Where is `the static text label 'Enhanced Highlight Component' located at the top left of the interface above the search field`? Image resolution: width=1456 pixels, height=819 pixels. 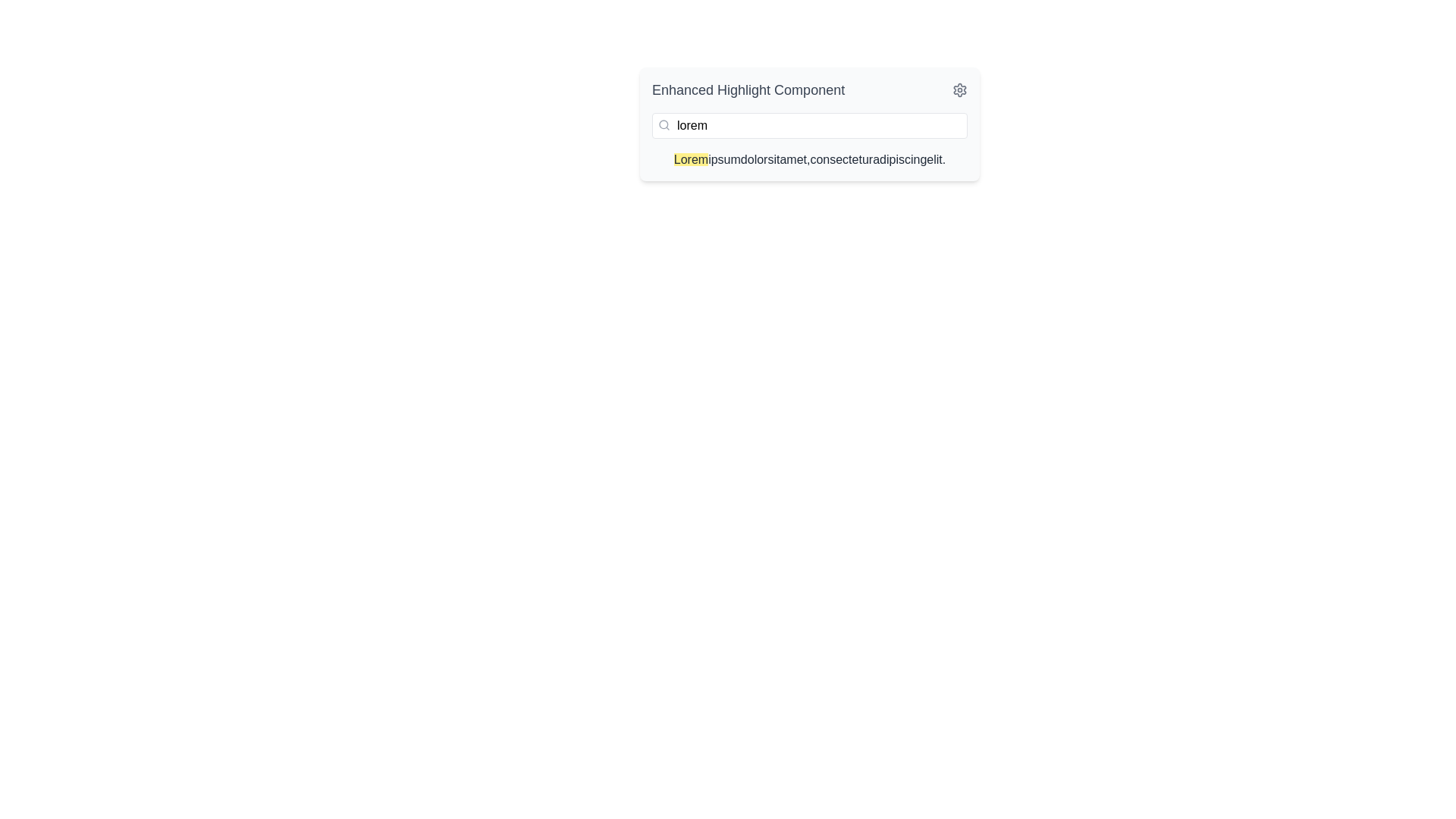 the static text label 'Enhanced Highlight Component' located at the top left of the interface above the search field is located at coordinates (748, 90).